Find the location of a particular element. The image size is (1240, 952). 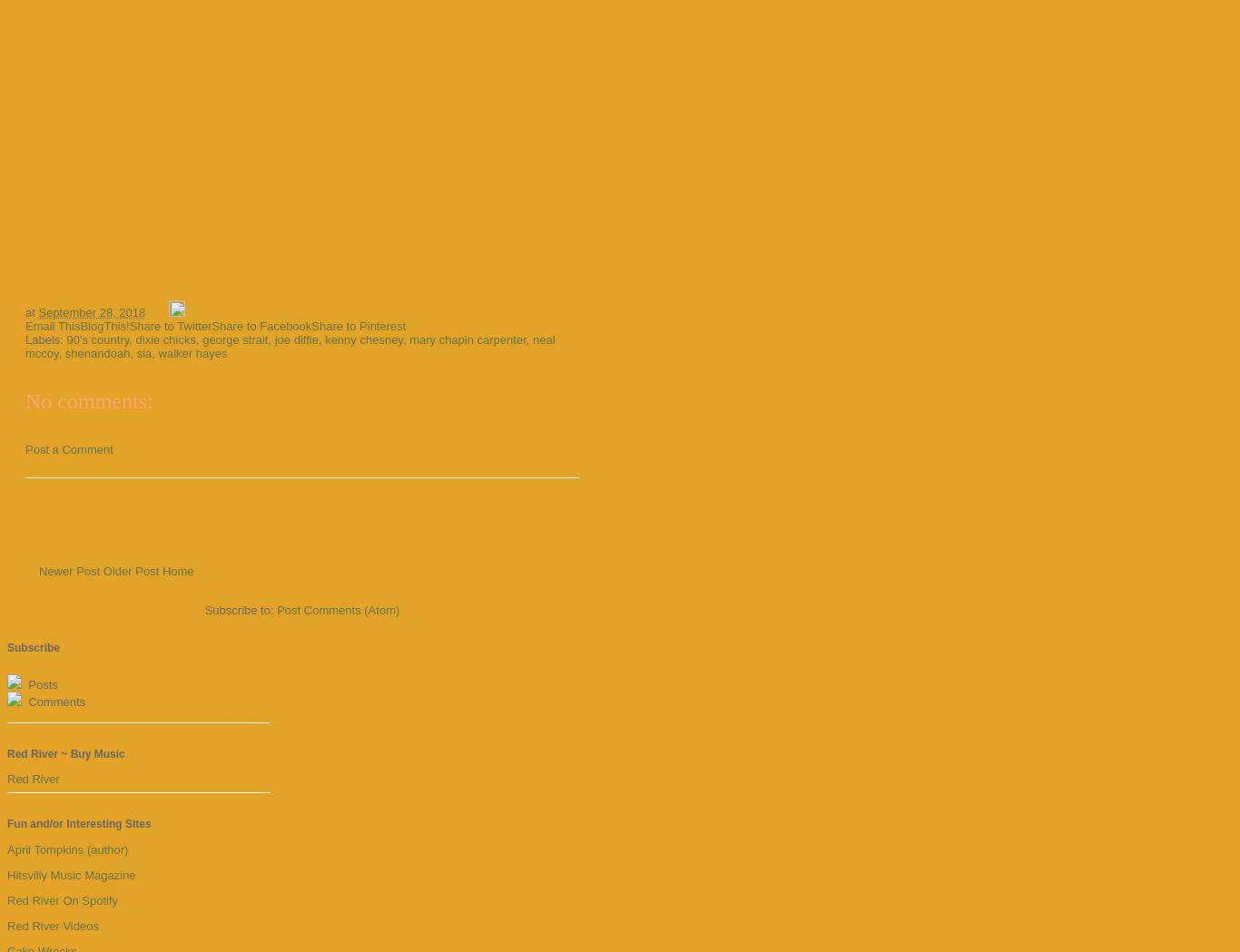

'Red River' is located at coordinates (33, 779).